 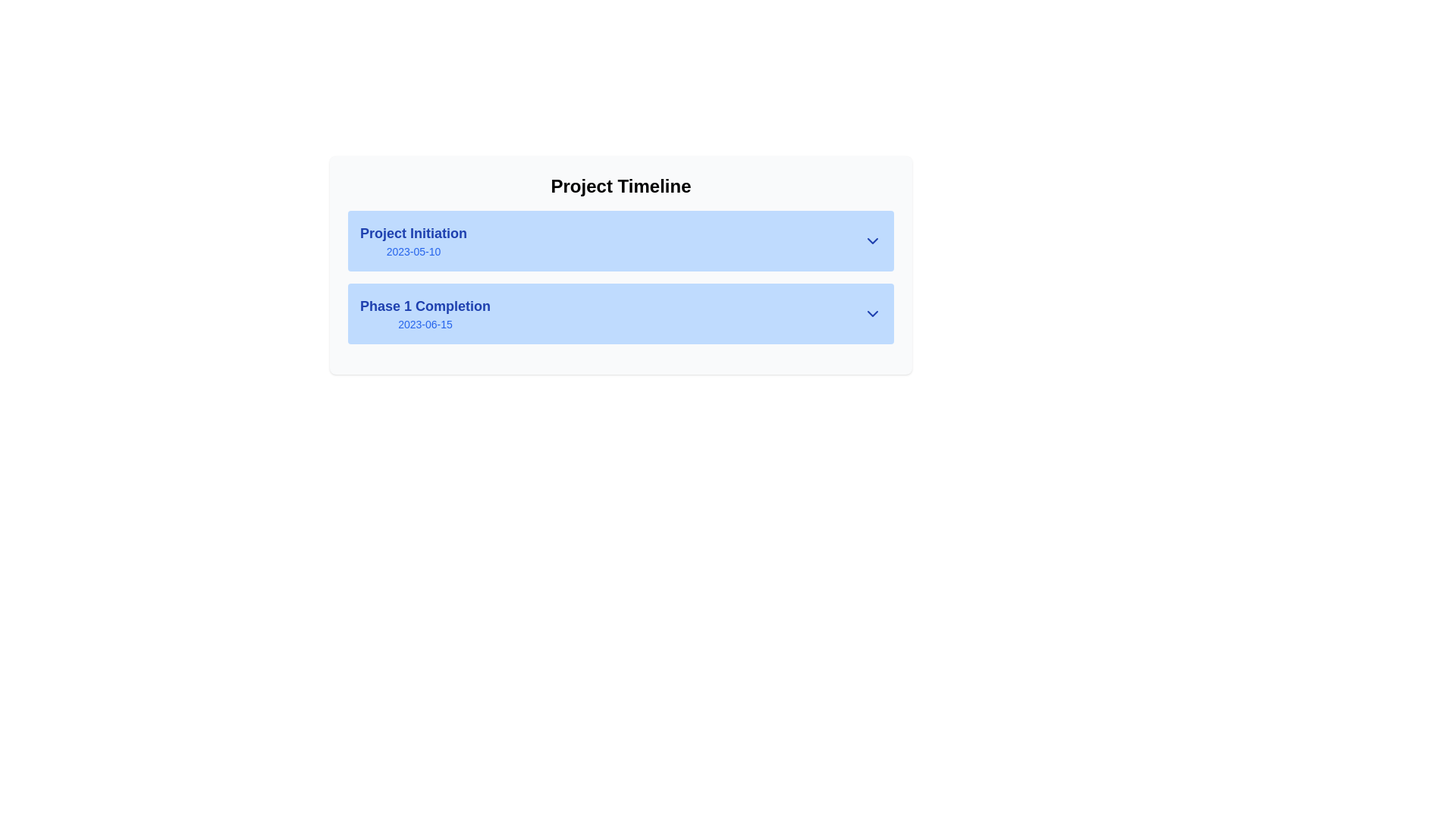 I want to click on the text label 'Project Initiation' which serves as the header for a milestone entry in the timeline interface, so click(x=413, y=234).